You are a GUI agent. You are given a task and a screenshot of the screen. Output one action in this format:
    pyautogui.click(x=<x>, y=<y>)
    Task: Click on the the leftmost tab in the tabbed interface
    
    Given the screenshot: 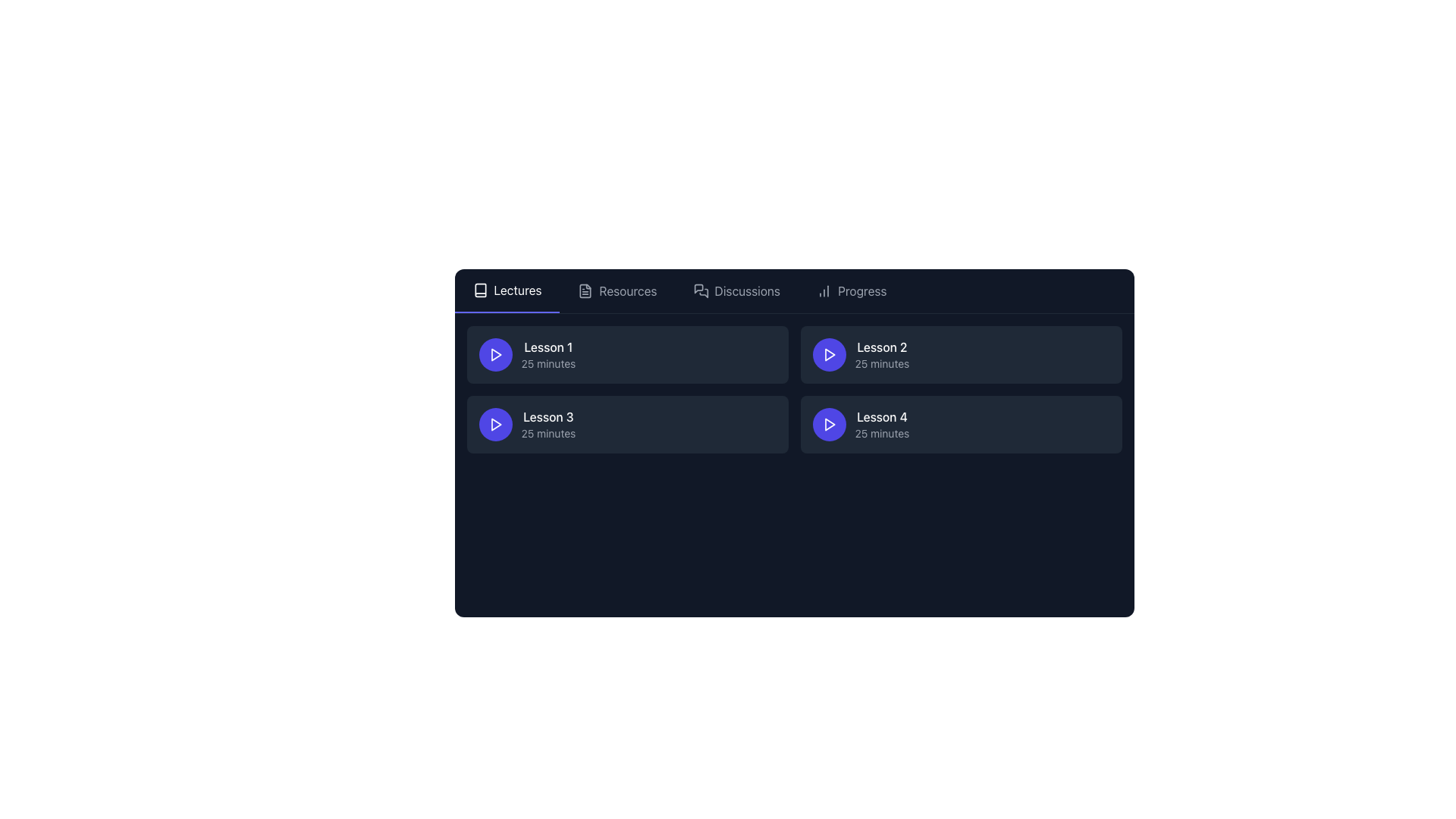 What is the action you would take?
    pyautogui.click(x=507, y=291)
    